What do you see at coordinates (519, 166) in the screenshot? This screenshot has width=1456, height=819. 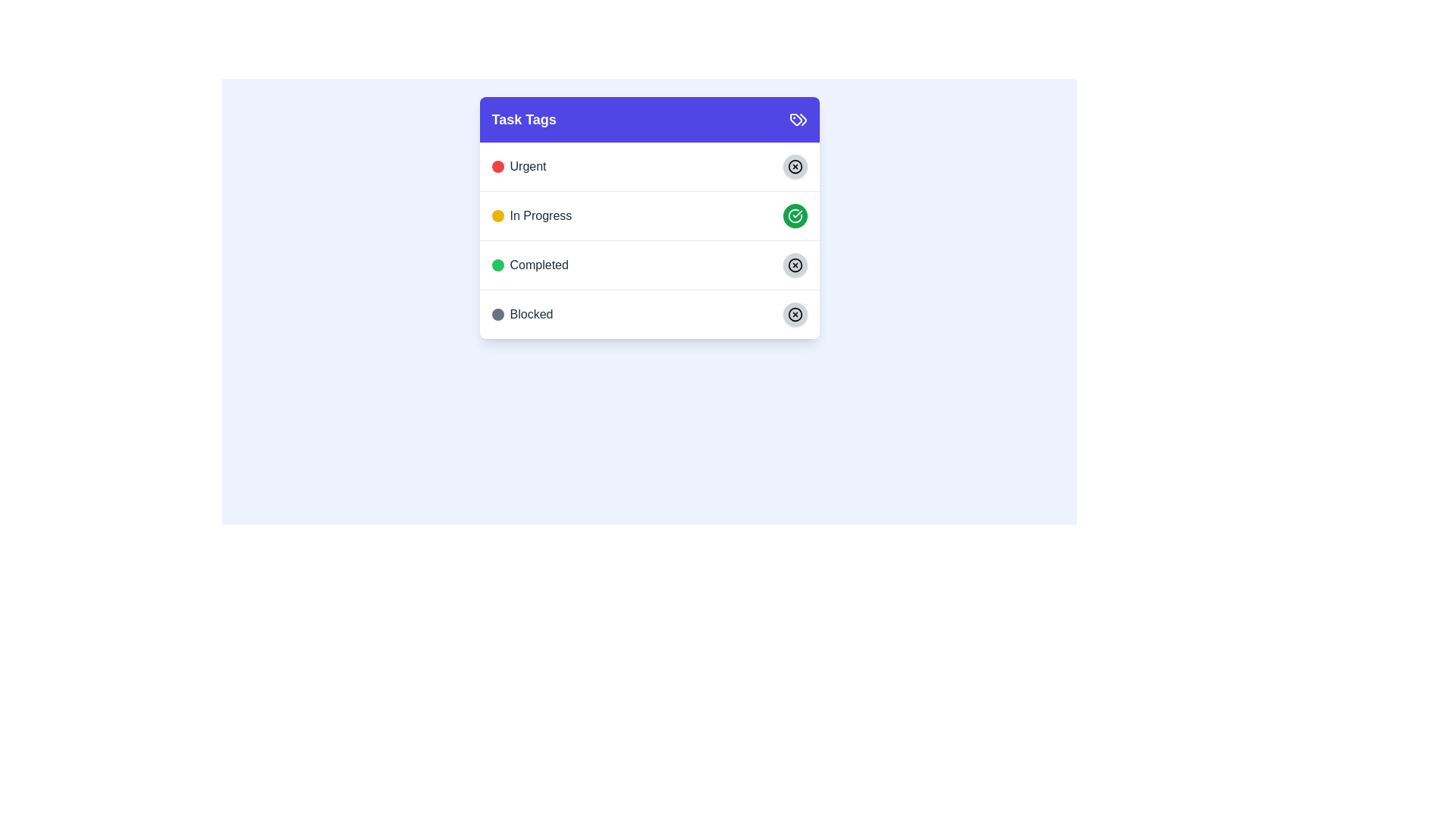 I see `the 'Urgent' labeled tag, which features a round red icon and bold dark gray text, located at the top of the 'Task Tags' section` at bounding box center [519, 166].